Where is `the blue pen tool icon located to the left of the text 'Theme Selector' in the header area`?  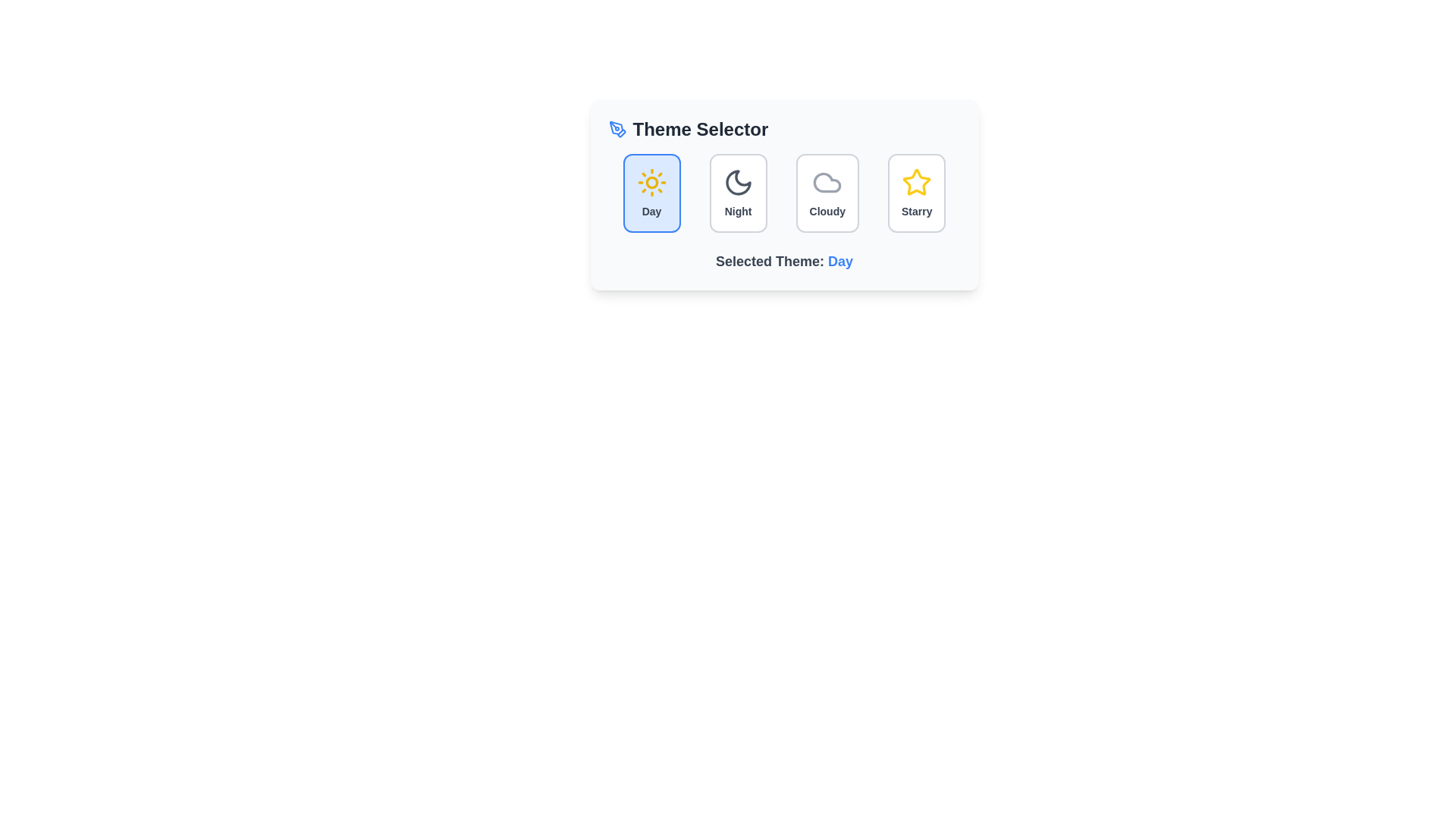
the blue pen tool icon located to the left of the text 'Theme Selector' in the header area is located at coordinates (617, 128).